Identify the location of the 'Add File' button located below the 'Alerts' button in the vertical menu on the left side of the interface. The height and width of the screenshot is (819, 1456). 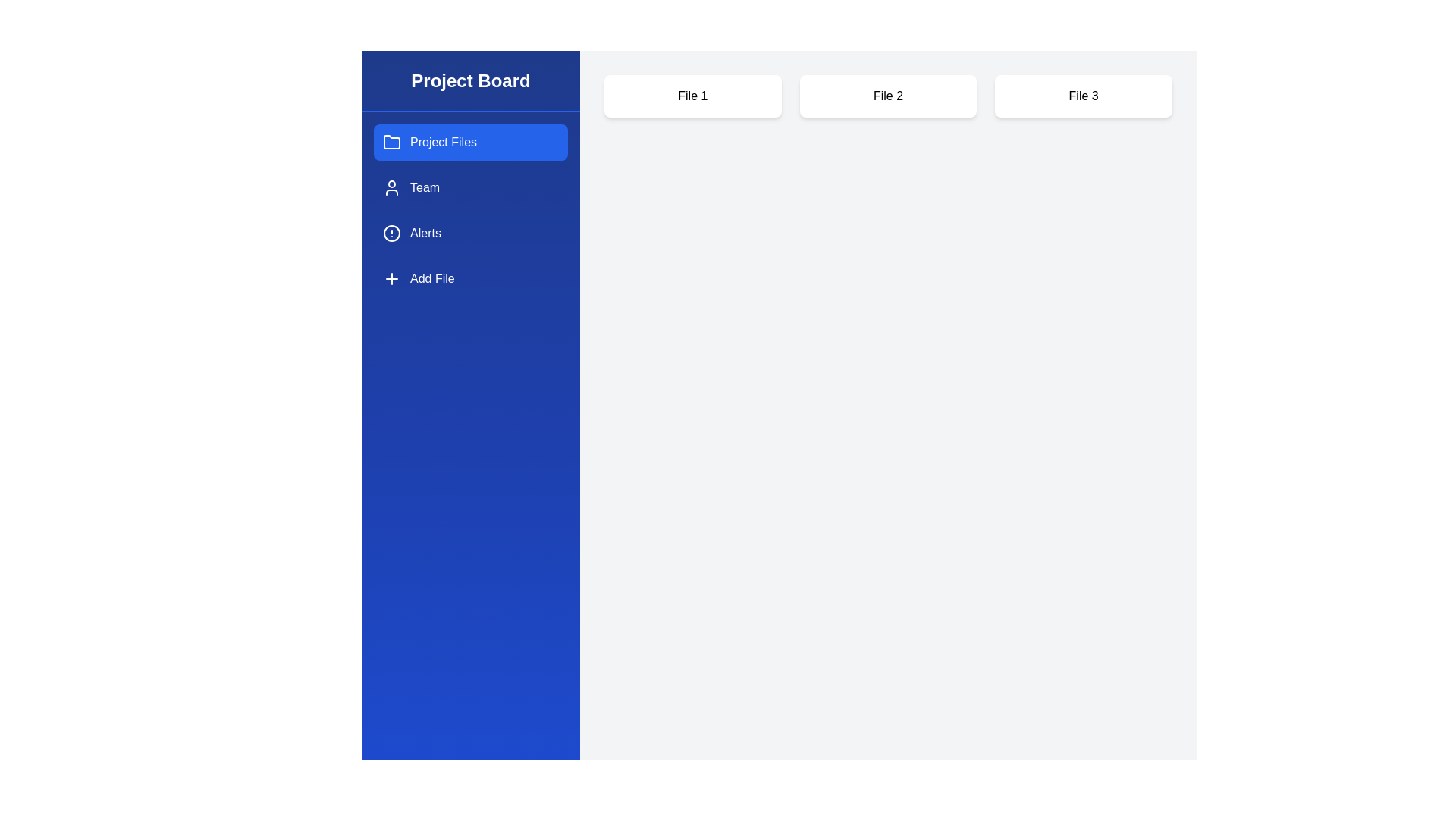
(469, 278).